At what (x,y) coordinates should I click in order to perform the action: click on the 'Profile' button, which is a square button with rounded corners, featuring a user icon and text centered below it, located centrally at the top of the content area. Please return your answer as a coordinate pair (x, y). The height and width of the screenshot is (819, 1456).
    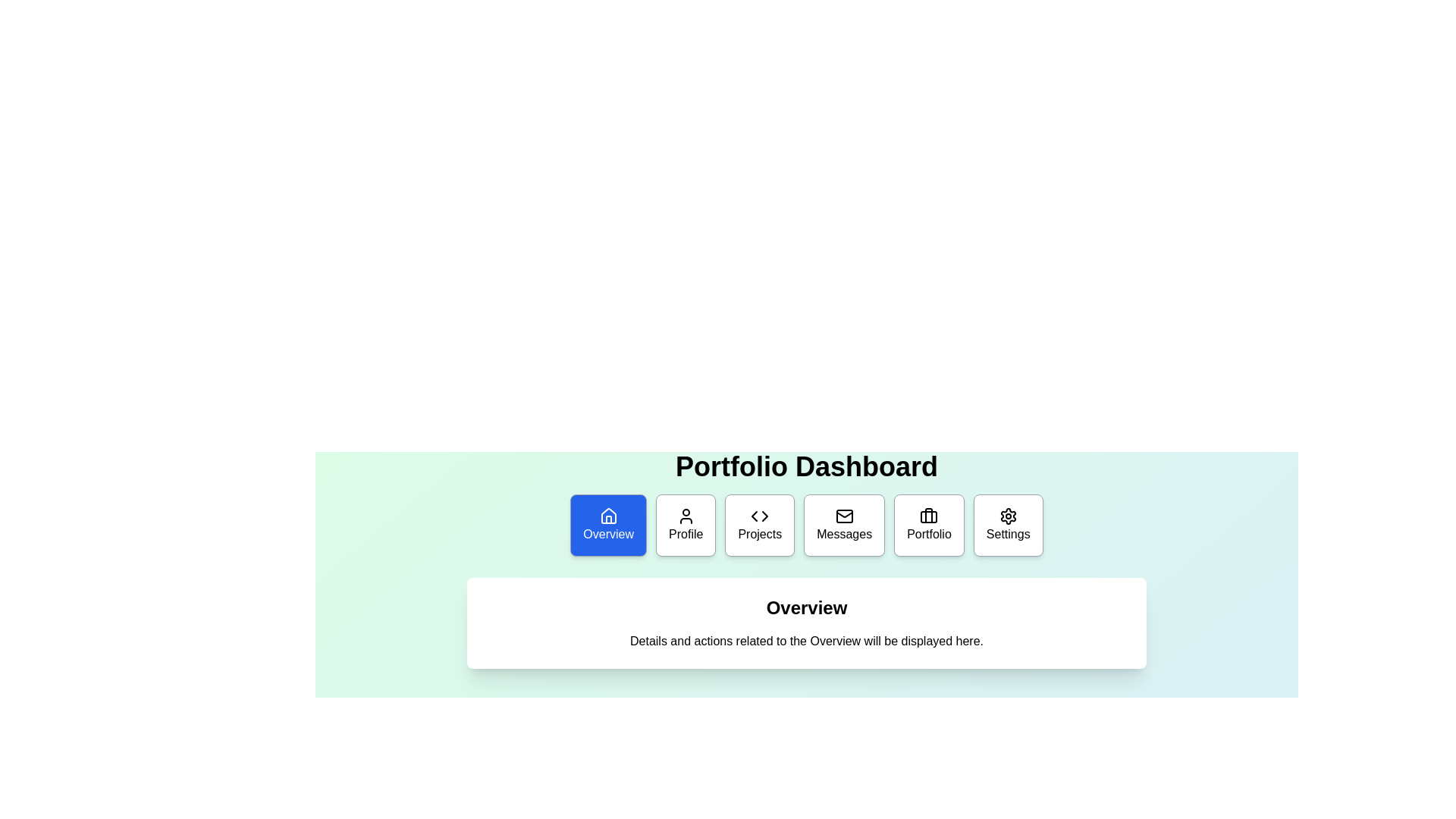
    Looking at the image, I should click on (685, 525).